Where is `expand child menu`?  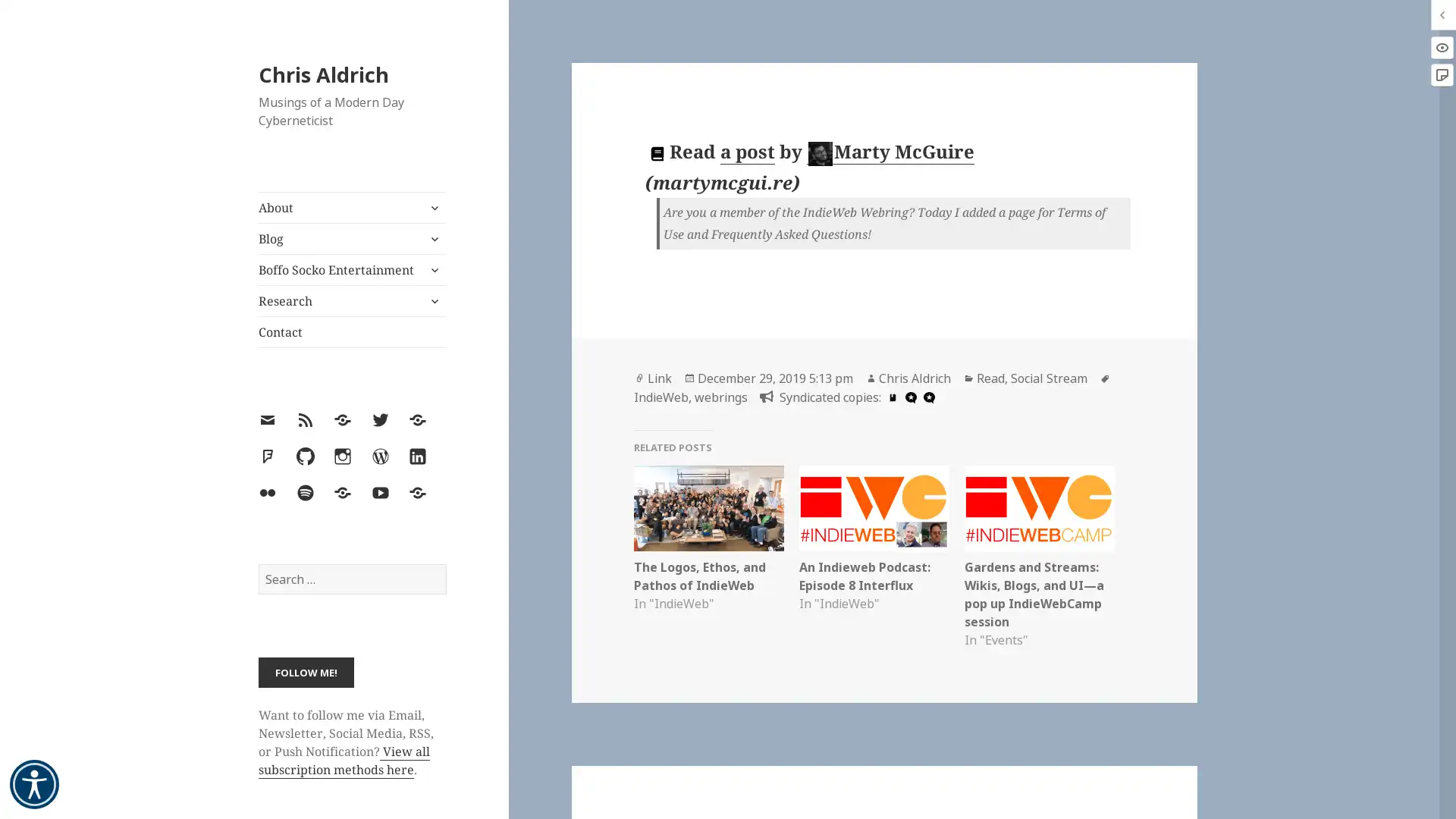
expand child menu is located at coordinates (432, 239).